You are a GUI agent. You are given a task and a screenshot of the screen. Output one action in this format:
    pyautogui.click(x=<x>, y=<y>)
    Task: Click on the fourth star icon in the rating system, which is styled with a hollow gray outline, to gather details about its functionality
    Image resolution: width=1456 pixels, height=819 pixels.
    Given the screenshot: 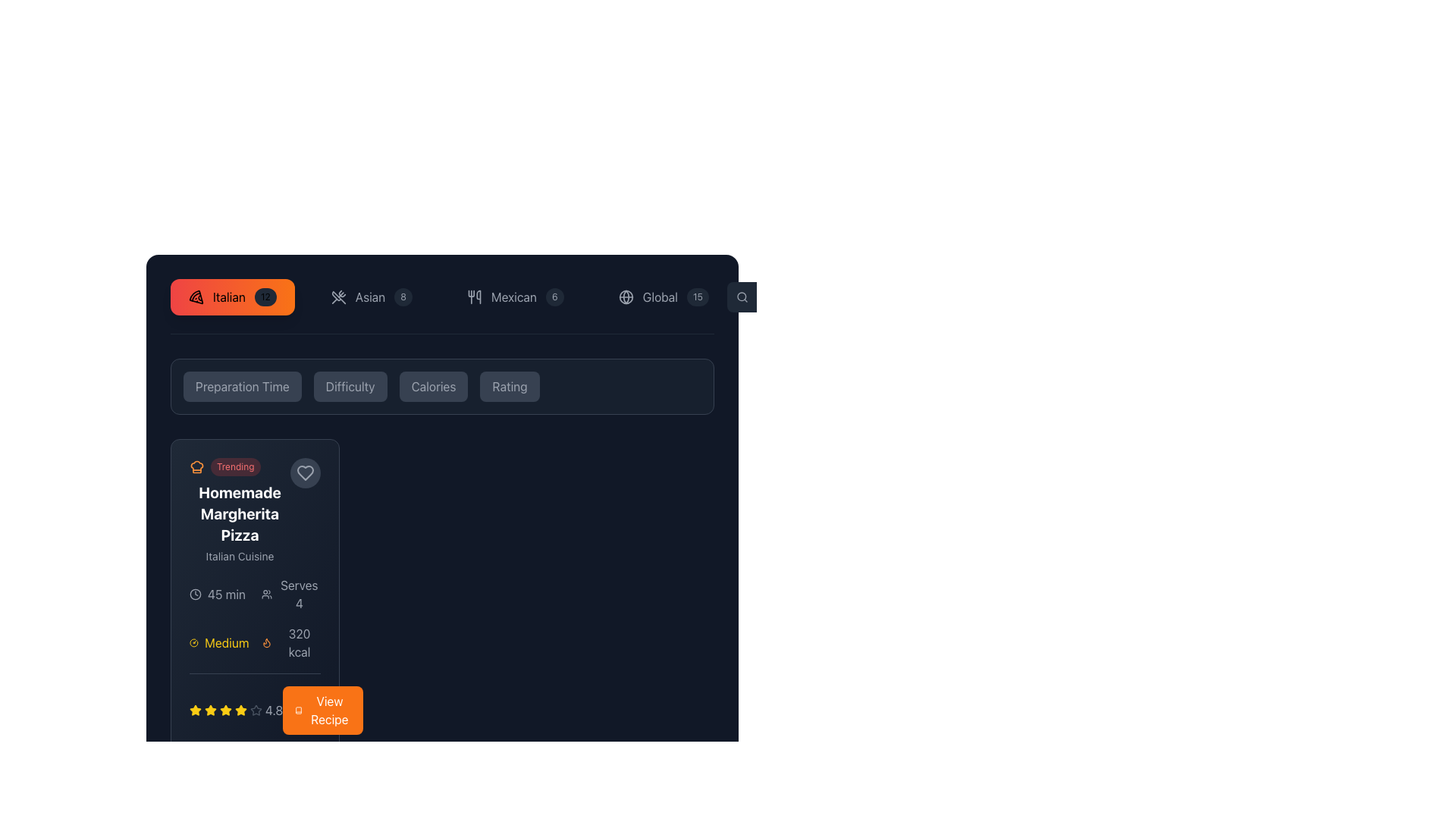 What is the action you would take?
    pyautogui.click(x=255, y=704)
    